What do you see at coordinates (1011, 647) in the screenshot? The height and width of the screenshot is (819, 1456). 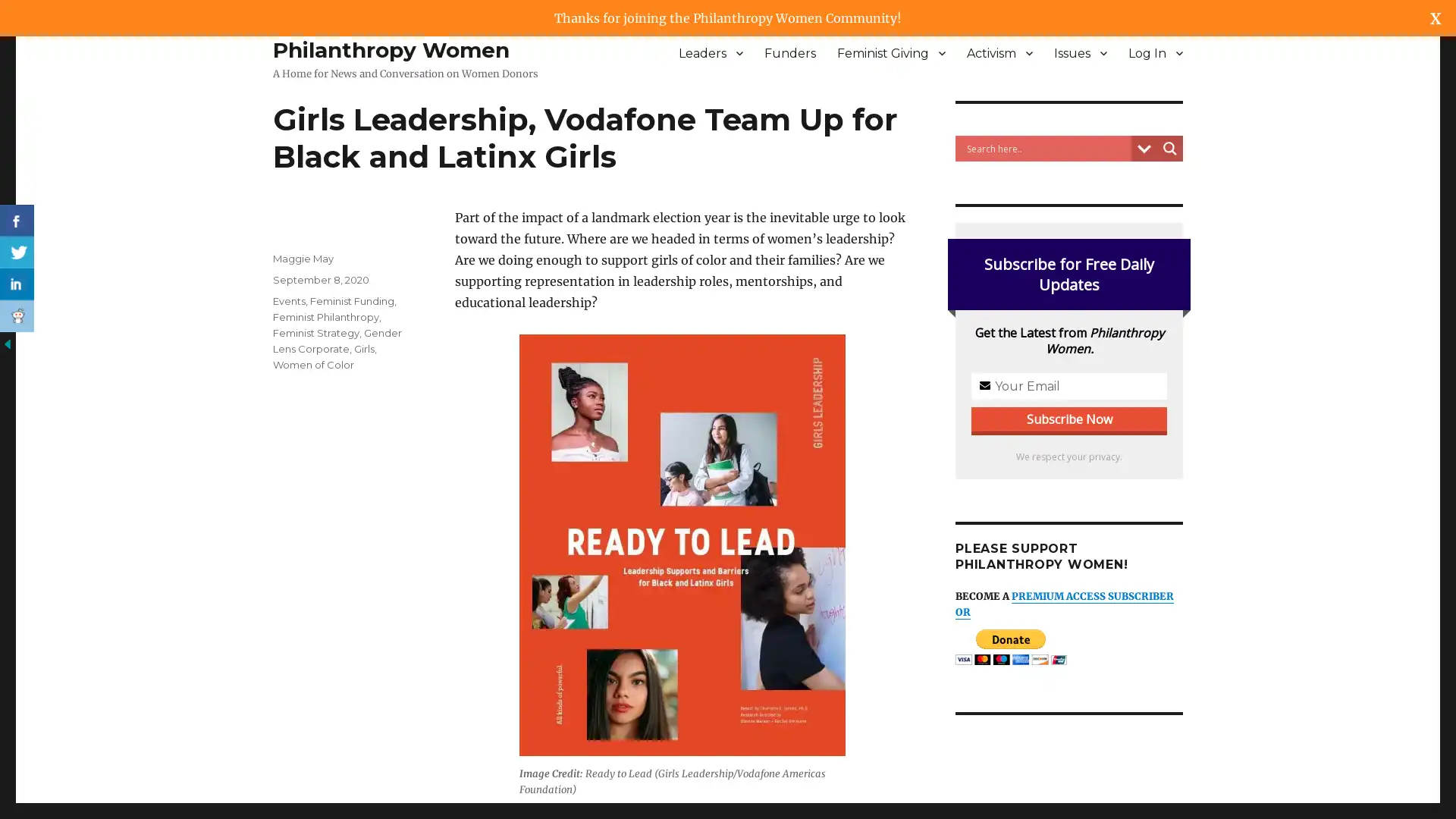 I see `PayPal - The safer, easier way to pay online!` at bounding box center [1011, 647].